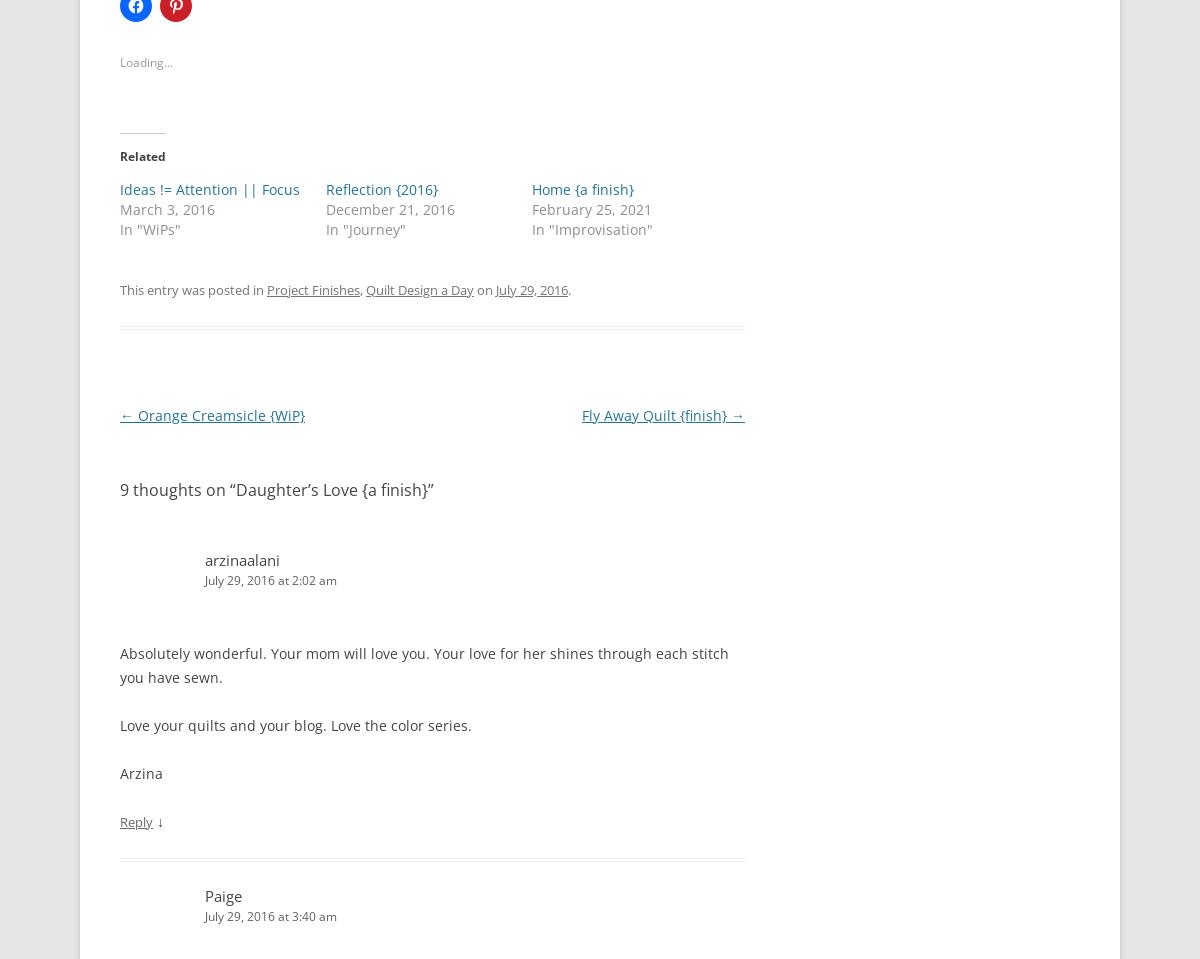 This screenshot has width=1200, height=959. Describe the element at coordinates (203, 895) in the screenshot. I see `'Paige'` at that location.